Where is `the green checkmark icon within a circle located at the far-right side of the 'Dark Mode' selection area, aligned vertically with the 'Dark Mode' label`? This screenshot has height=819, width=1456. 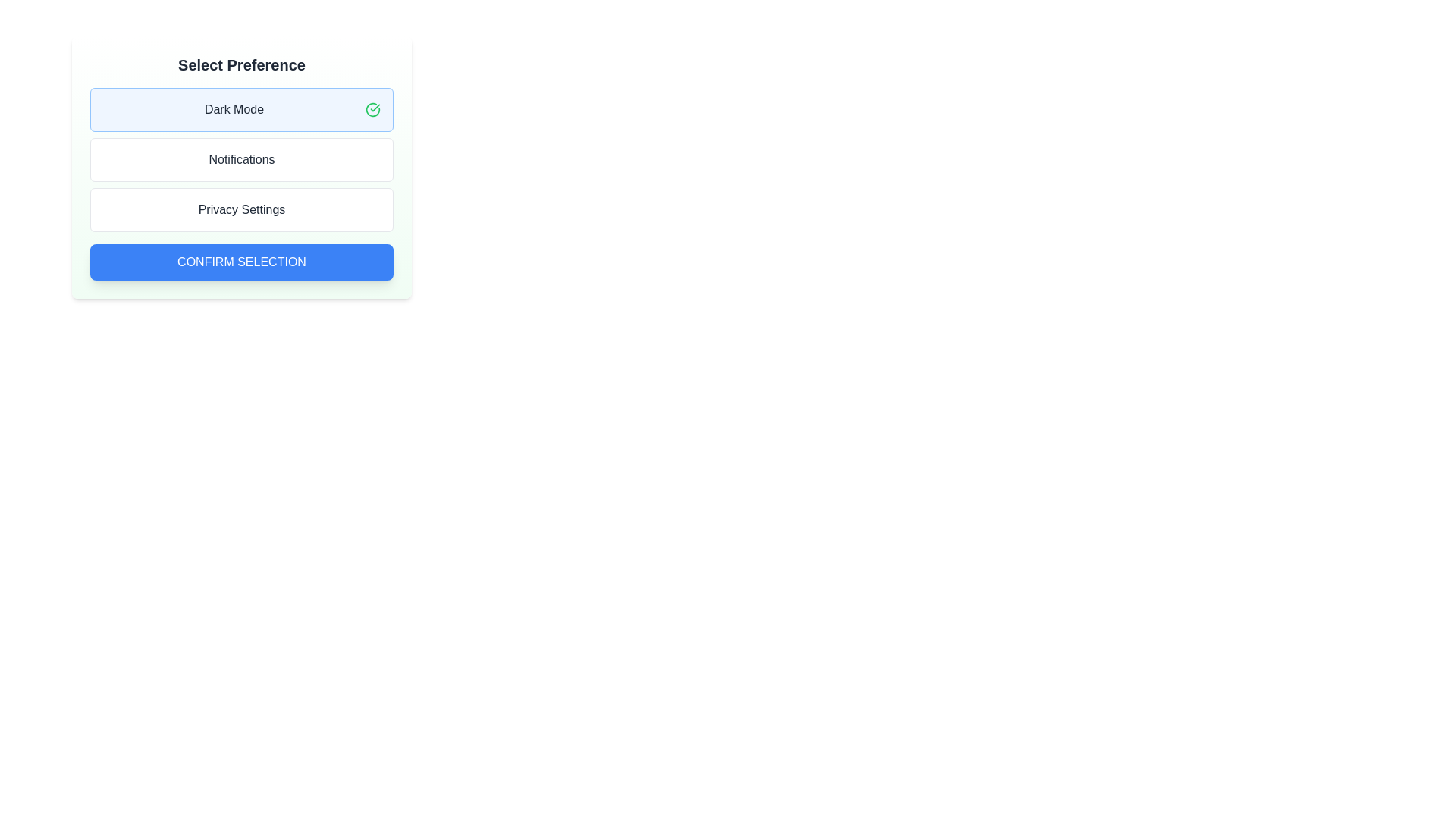
the green checkmark icon within a circle located at the far-right side of the 'Dark Mode' selection area, aligned vertically with the 'Dark Mode' label is located at coordinates (372, 109).